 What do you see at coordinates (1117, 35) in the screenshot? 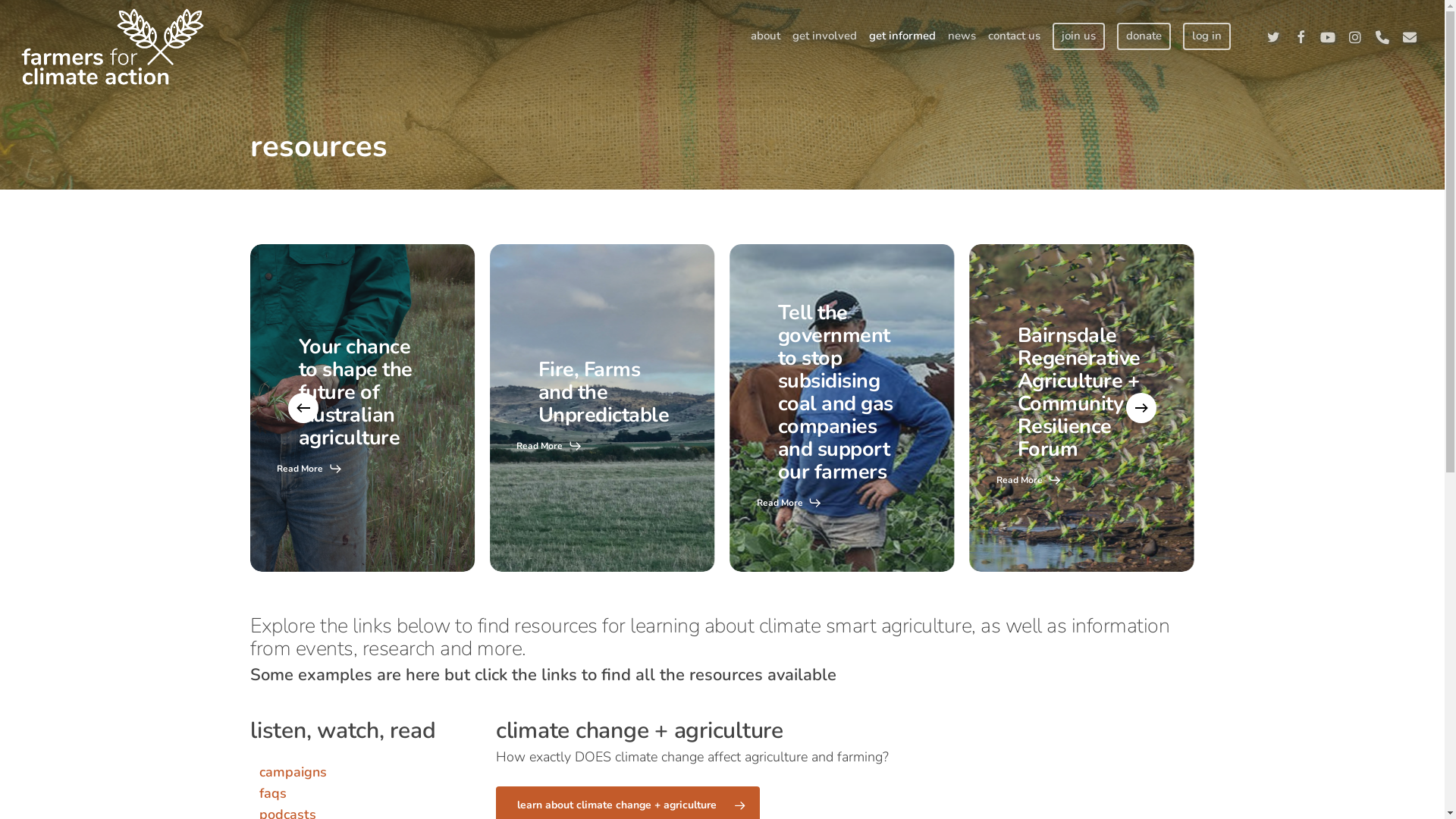
I see `'donate'` at bounding box center [1117, 35].